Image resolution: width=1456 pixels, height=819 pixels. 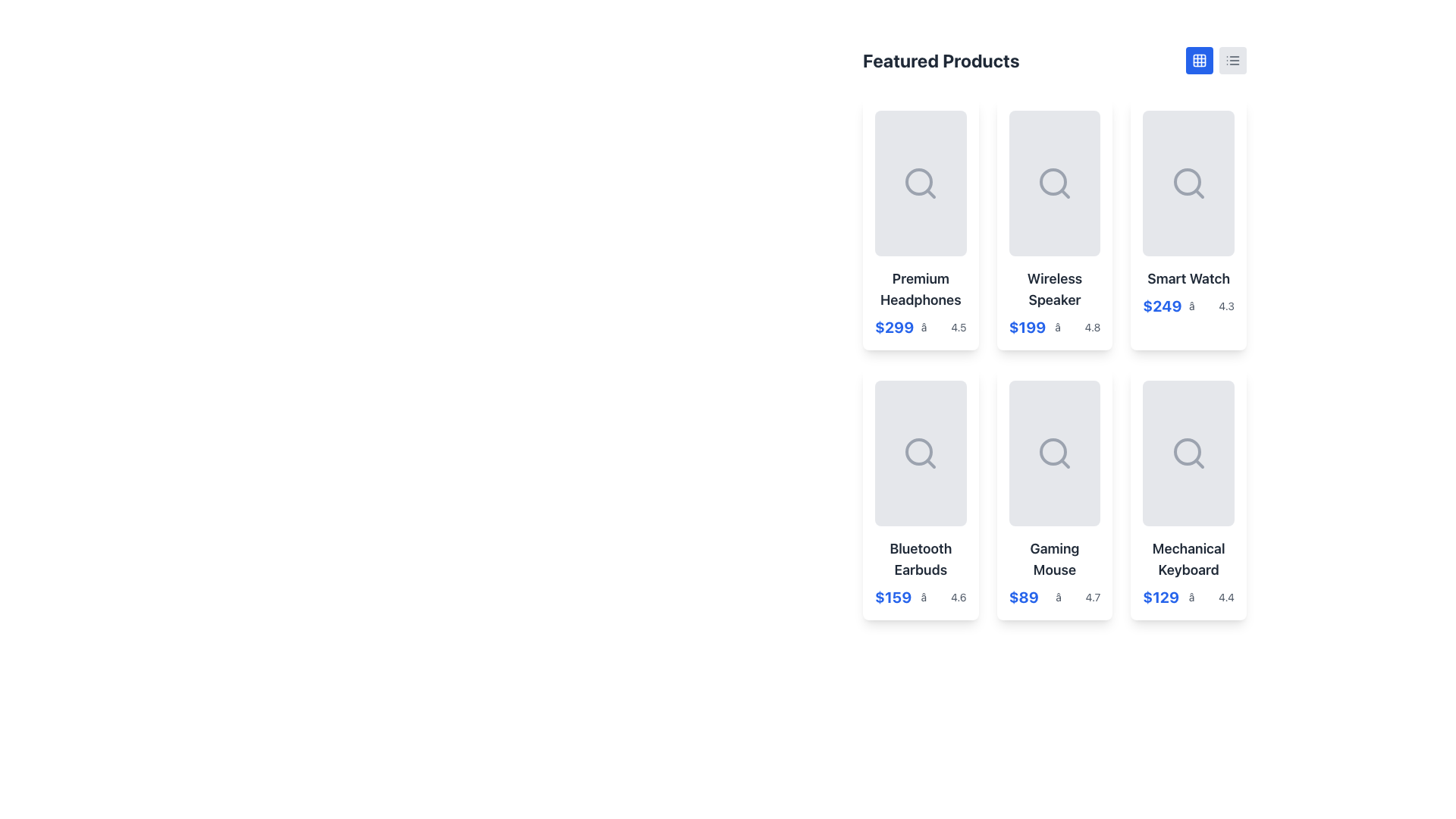 I want to click on text displaying the price and user rating of the 'Premium Headphones' product, located below the product name in the top-left corner of the featured products grid, so click(x=920, y=327).